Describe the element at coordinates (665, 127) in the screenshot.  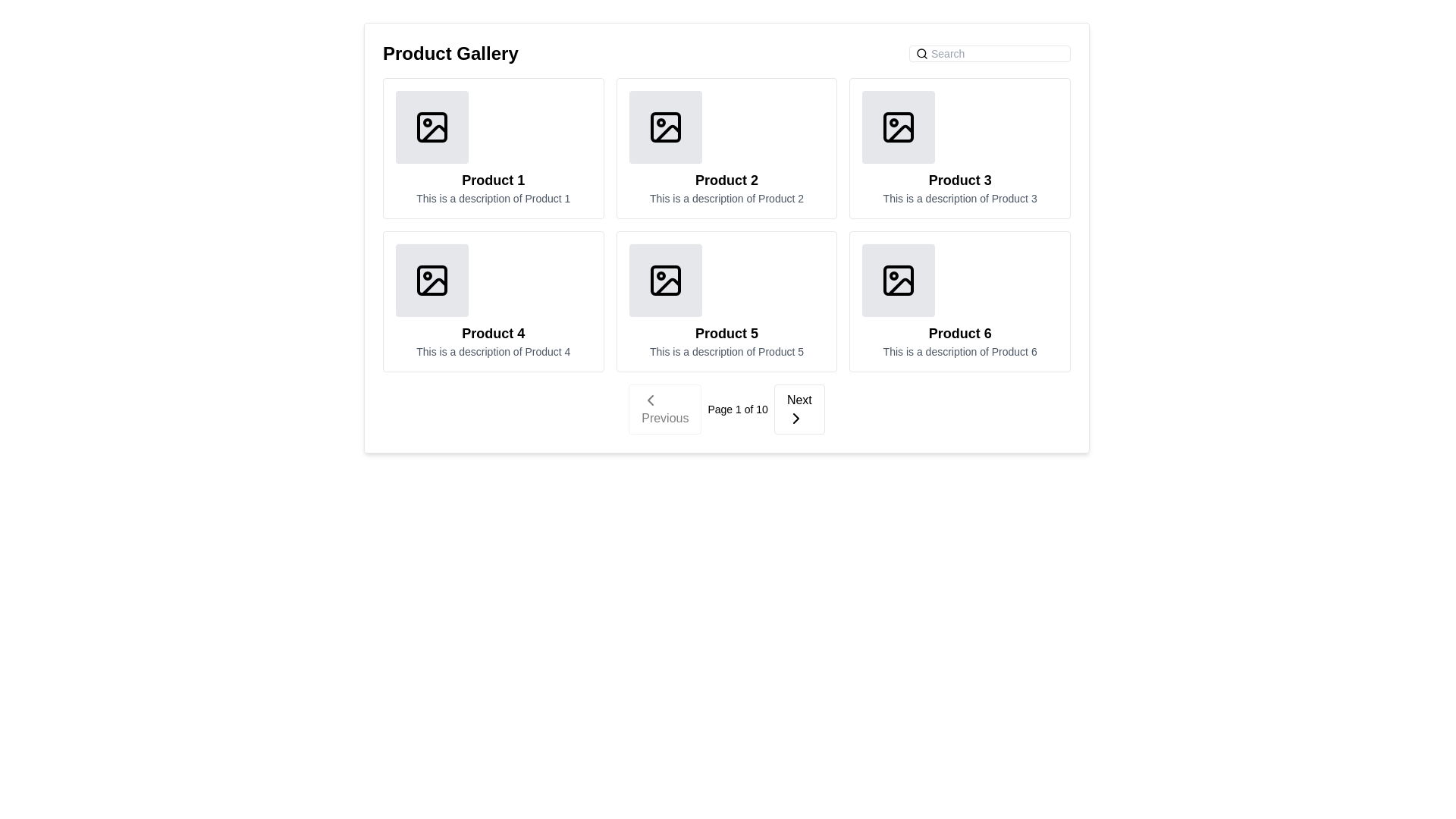
I see `the Image Placeholder Icon located in the second box of the first row in the grid layout labeled 'Product 2' to interact with it` at that location.